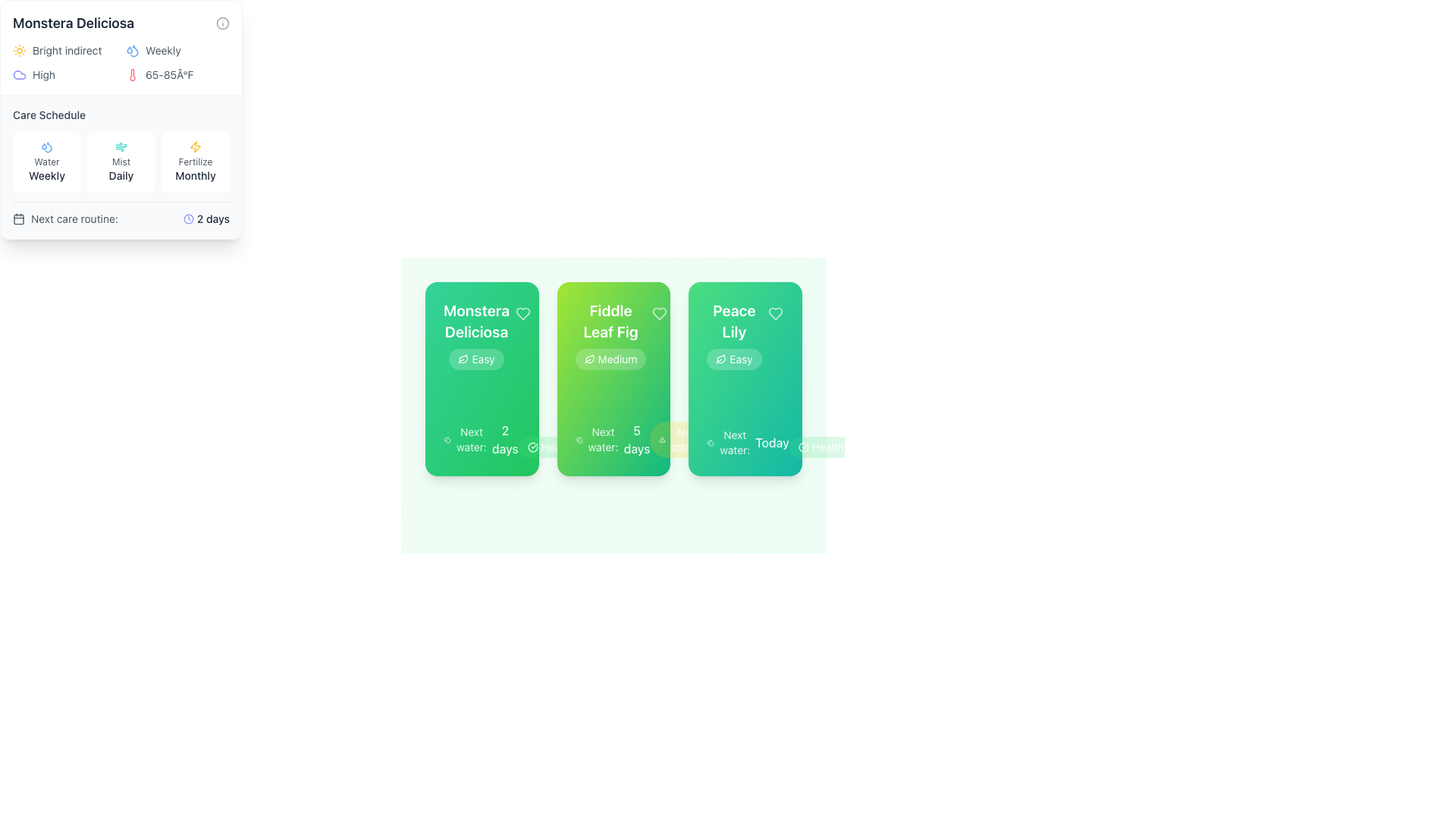 The width and height of the screenshot is (1456, 819). What do you see at coordinates (610, 334) in the screenshot?
I see `the text display element featuring 'Fiddle Leaf Fig' in bold white font and a green badge with 'Medium' text, located at the center of a card in a series of three green cards` at bounding box center [610, 334].